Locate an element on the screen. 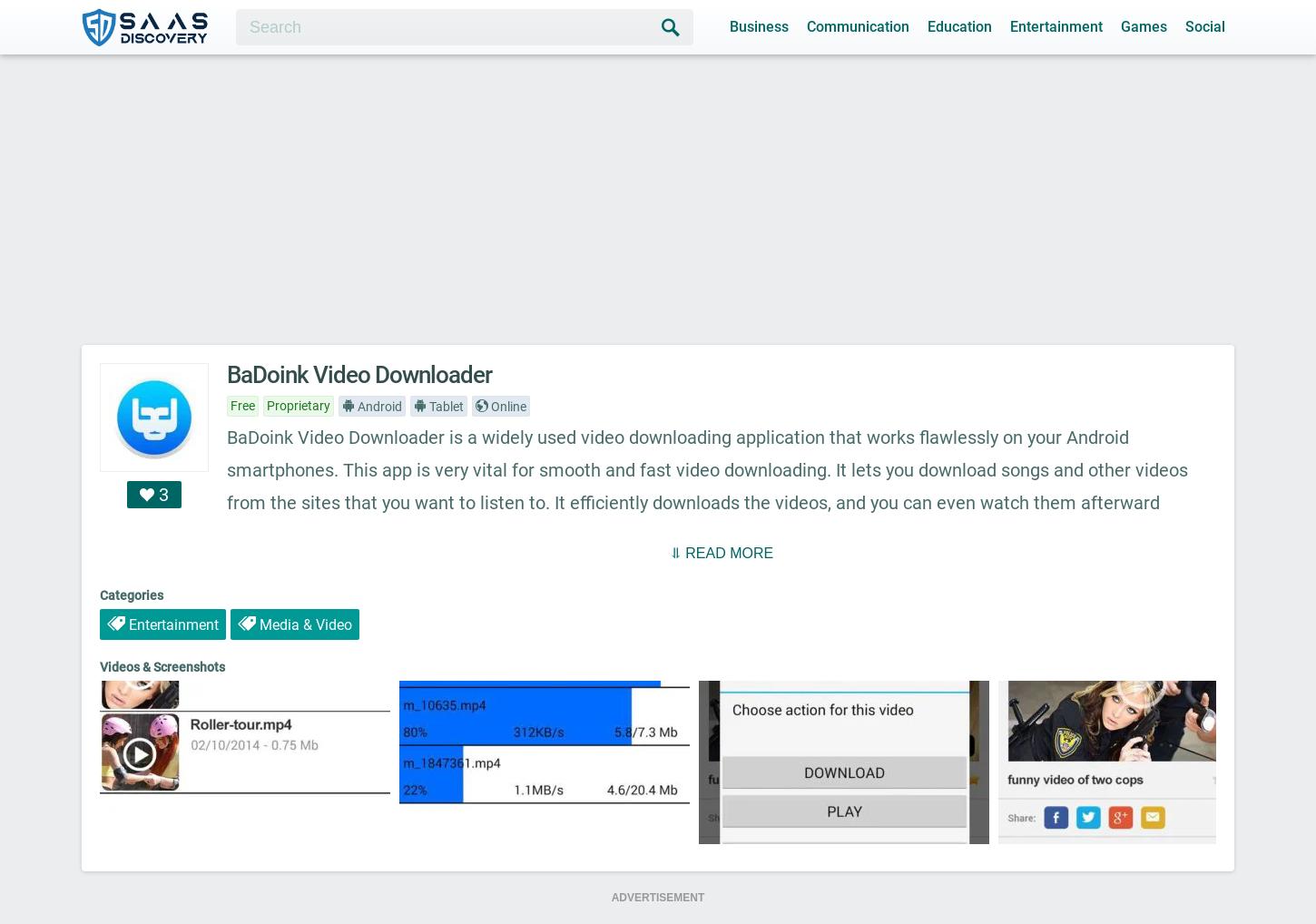 Image resolution: width=1316 pixels, height=924 pixels. 'Android' is located at coordinates (354, 406).